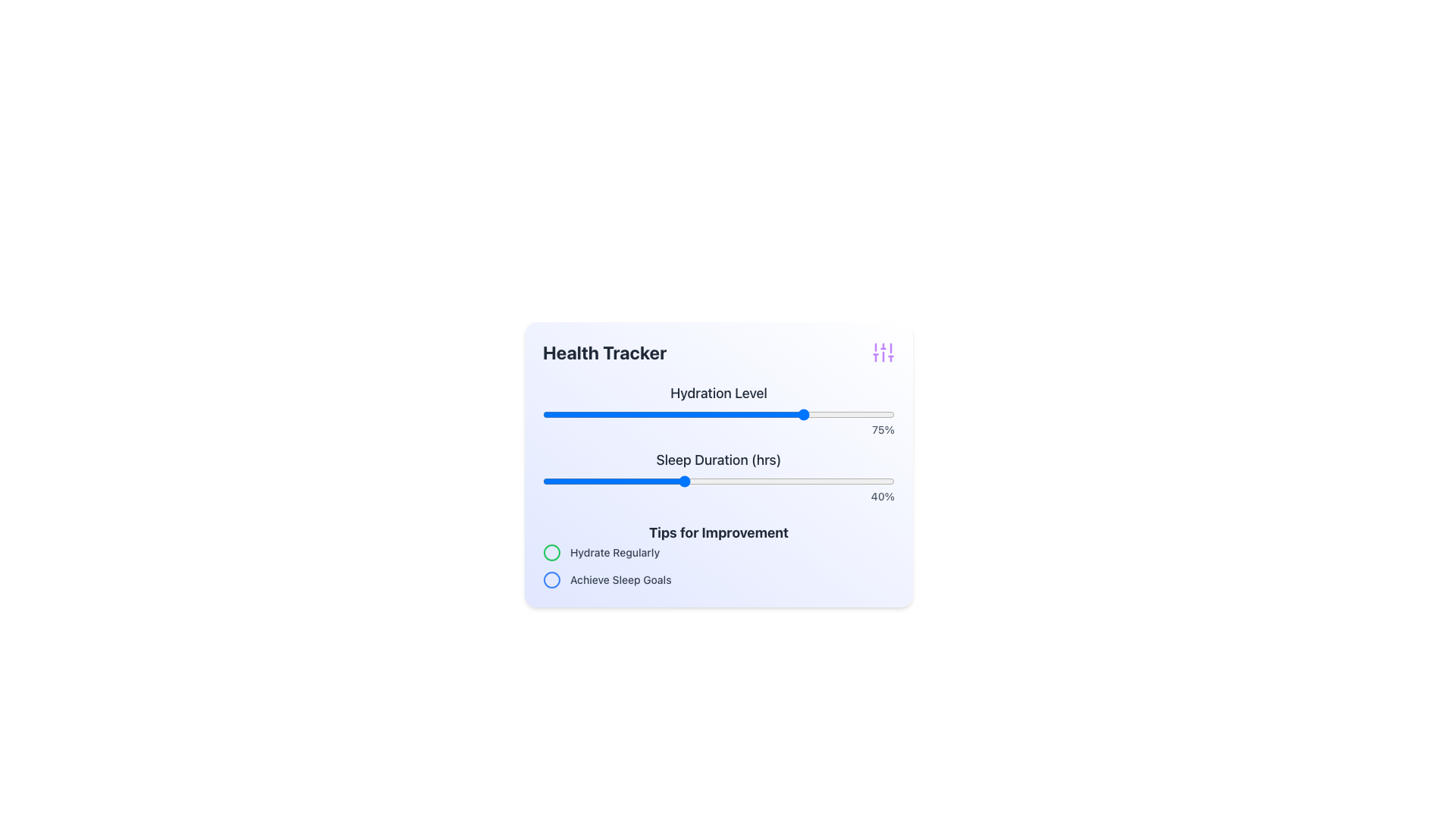  What do you see at coordinates (669, 415) in the screenshot?
I see `the hydration level` at bounding box center [669, 415].